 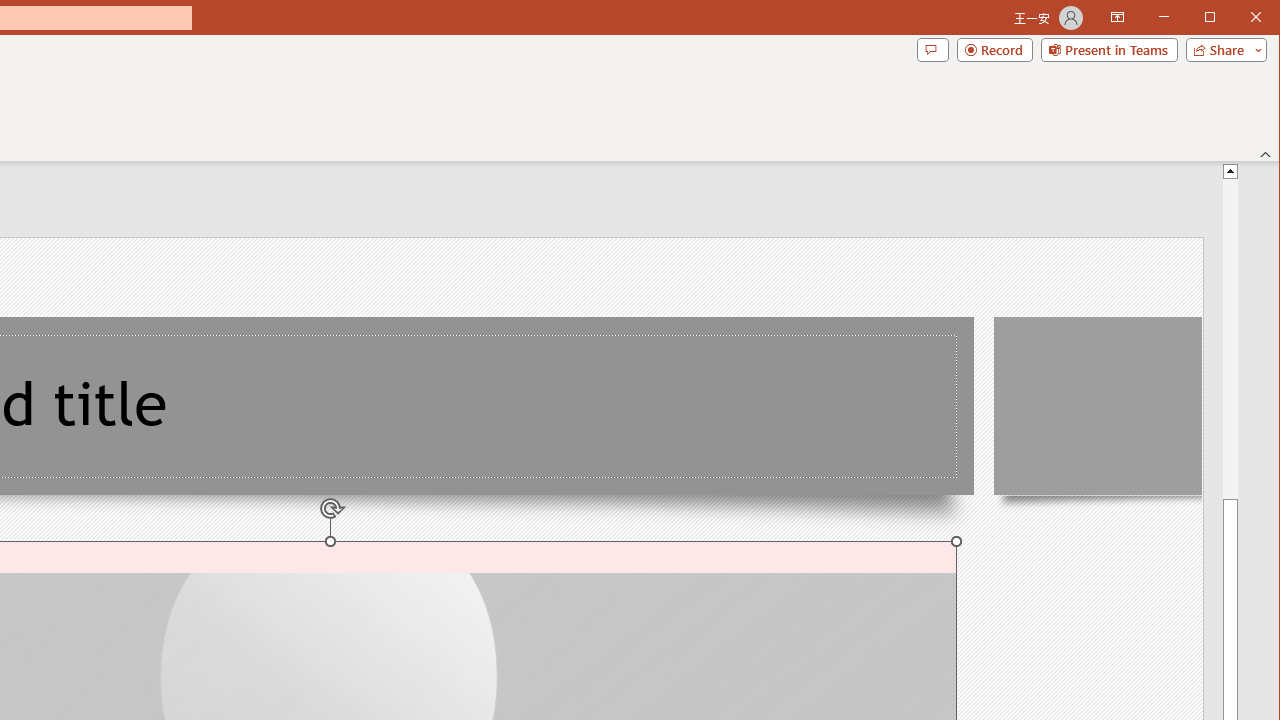 I want to click on 'Share', so click(x=1221, y=49).